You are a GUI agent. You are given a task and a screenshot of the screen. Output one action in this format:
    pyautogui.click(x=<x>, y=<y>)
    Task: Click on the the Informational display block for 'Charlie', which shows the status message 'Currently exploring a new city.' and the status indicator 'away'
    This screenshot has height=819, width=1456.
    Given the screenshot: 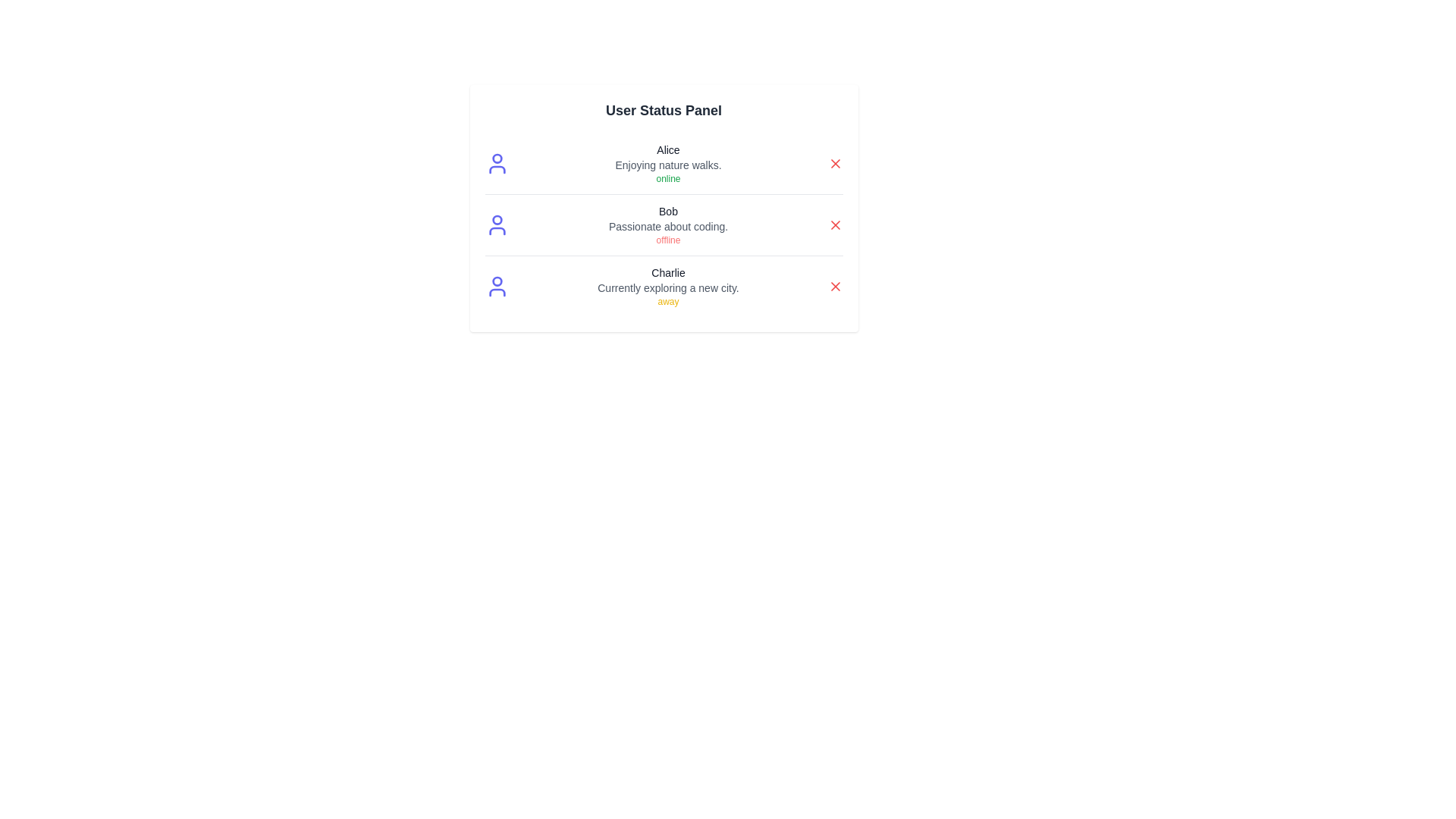 What is the action you would take?
    pyautogui.click(x=667, y=287)
    